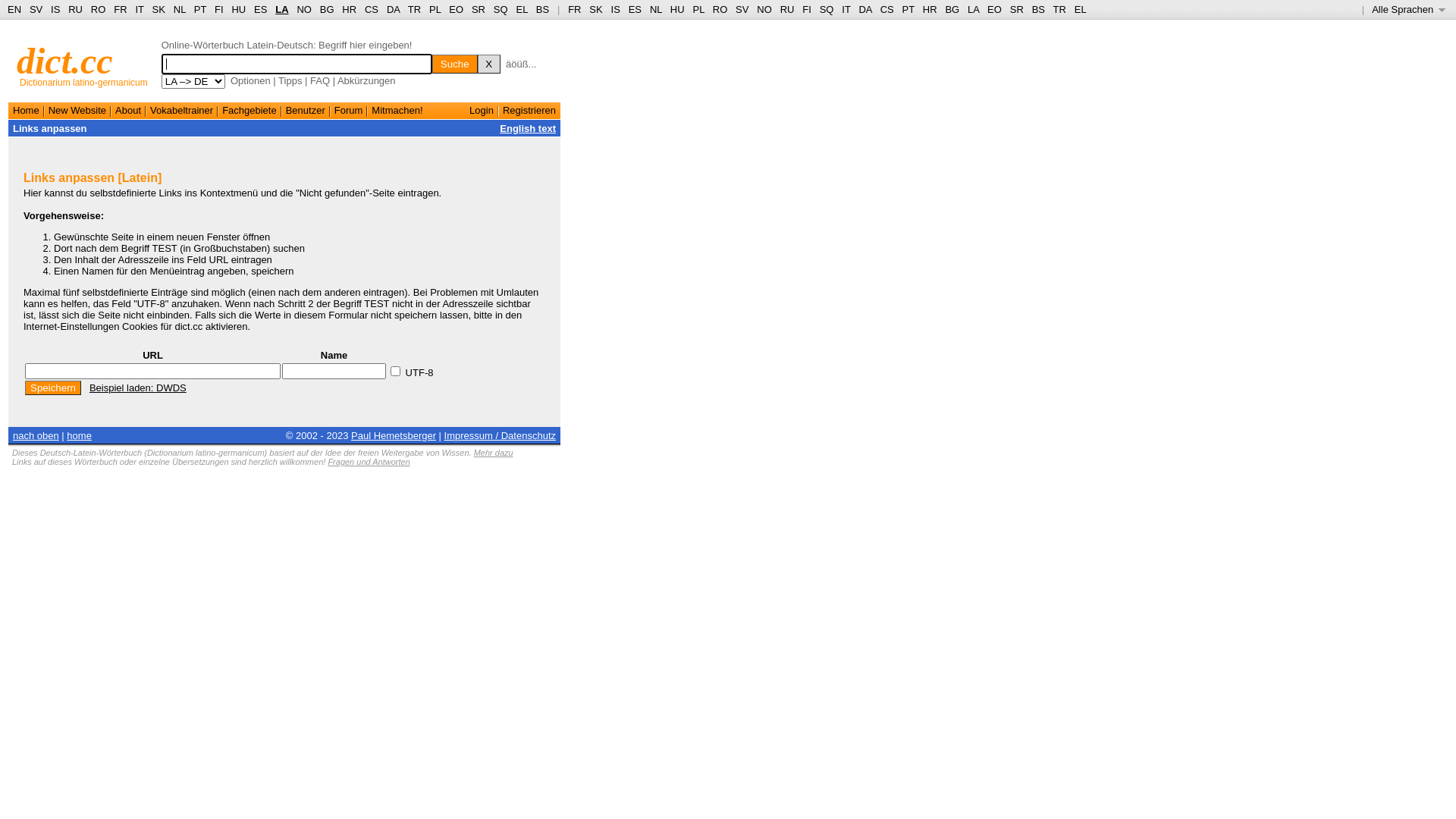 Image resolution: width=1456 pixels, height=819 pixels. Describe the element at coordinates (326, 9) in the screenshot. I see `'BG'` at that location.